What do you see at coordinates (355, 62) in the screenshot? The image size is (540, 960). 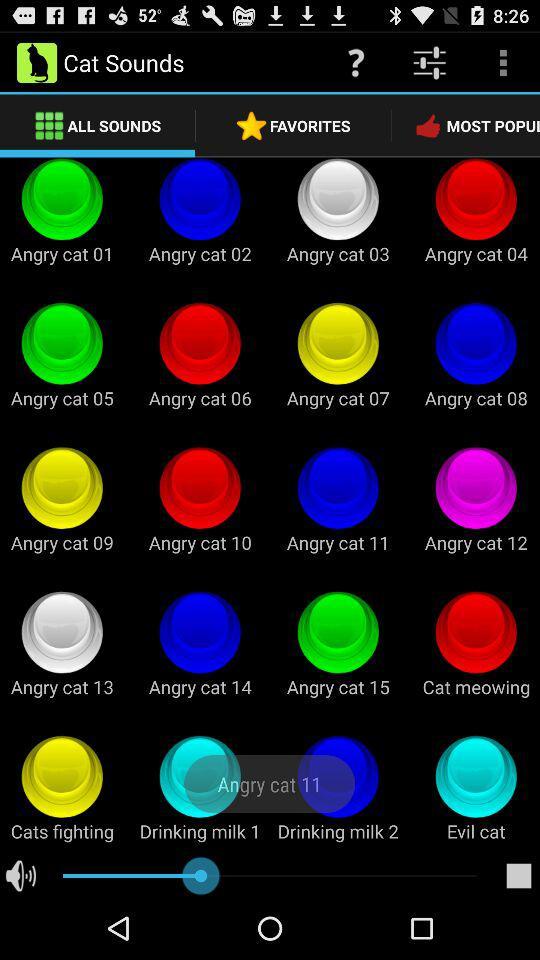 I see `the icon above the favorites` at bounding box center [355, 62].